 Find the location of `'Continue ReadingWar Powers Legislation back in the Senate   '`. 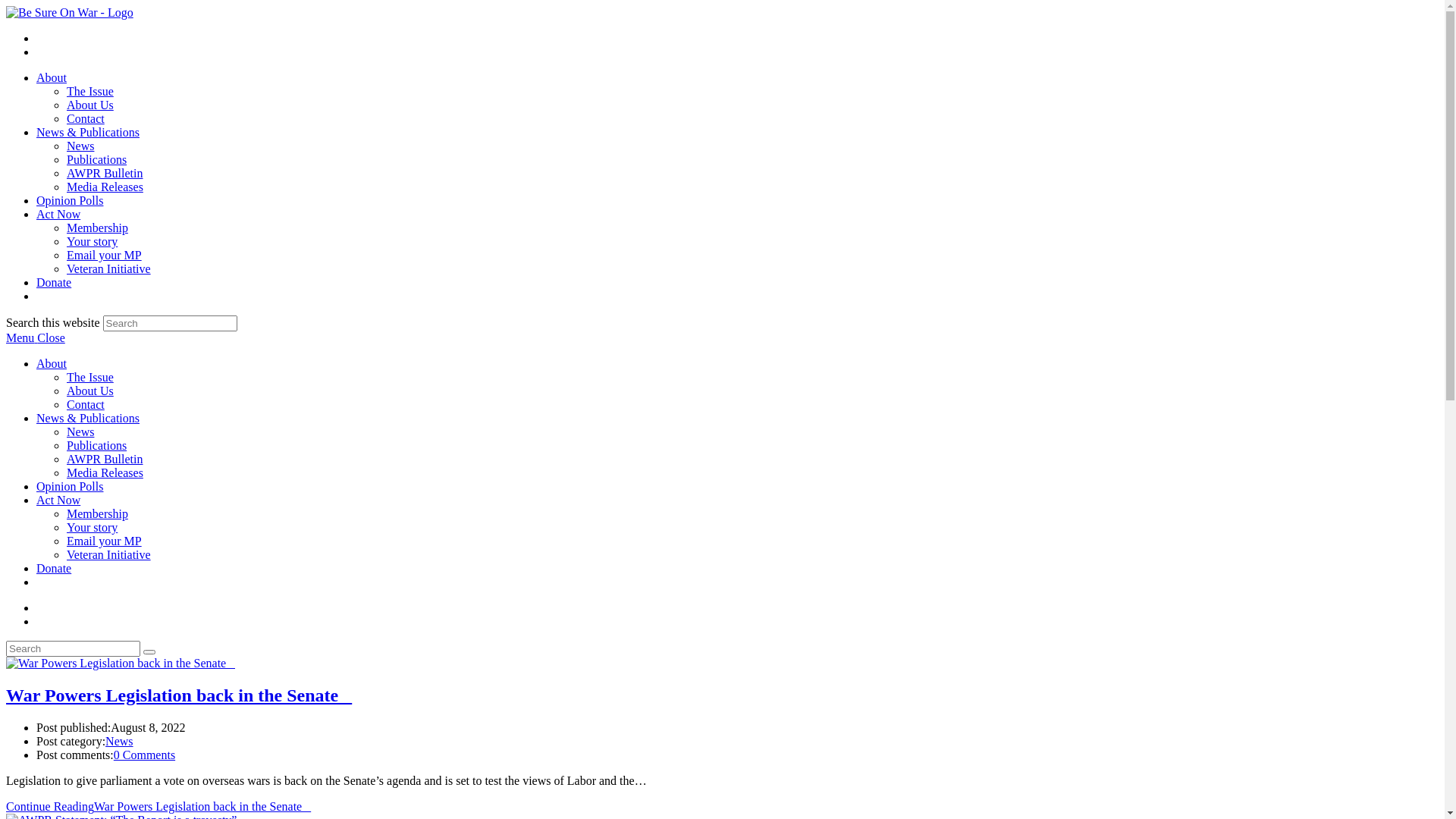

'Continue ReadingWar Powers Legislation back in the Senate   ' is located at coordinates (158, 805).